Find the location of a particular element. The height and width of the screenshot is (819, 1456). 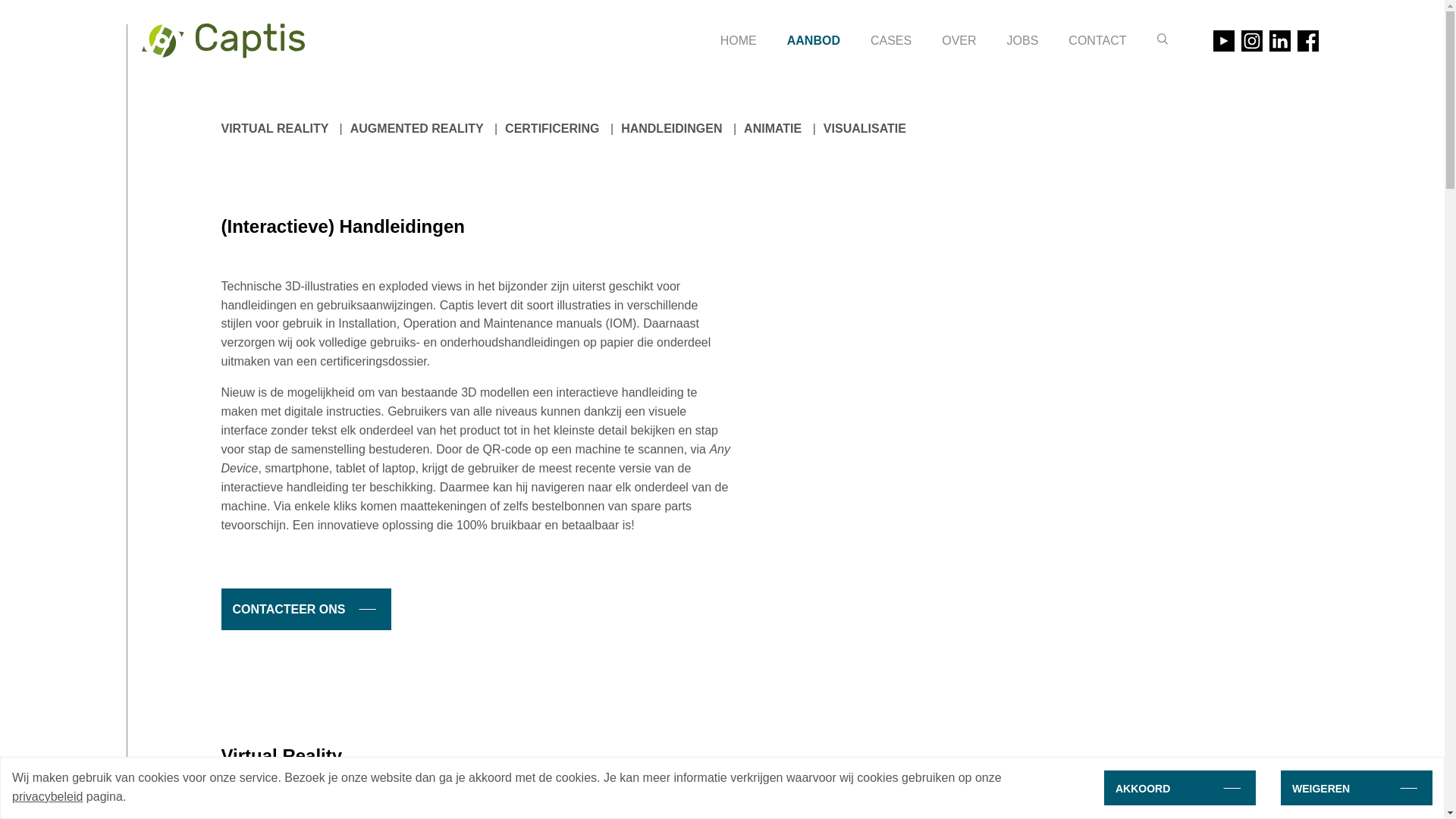

'CERTIFICERING' is located at coordinates (551, 127).